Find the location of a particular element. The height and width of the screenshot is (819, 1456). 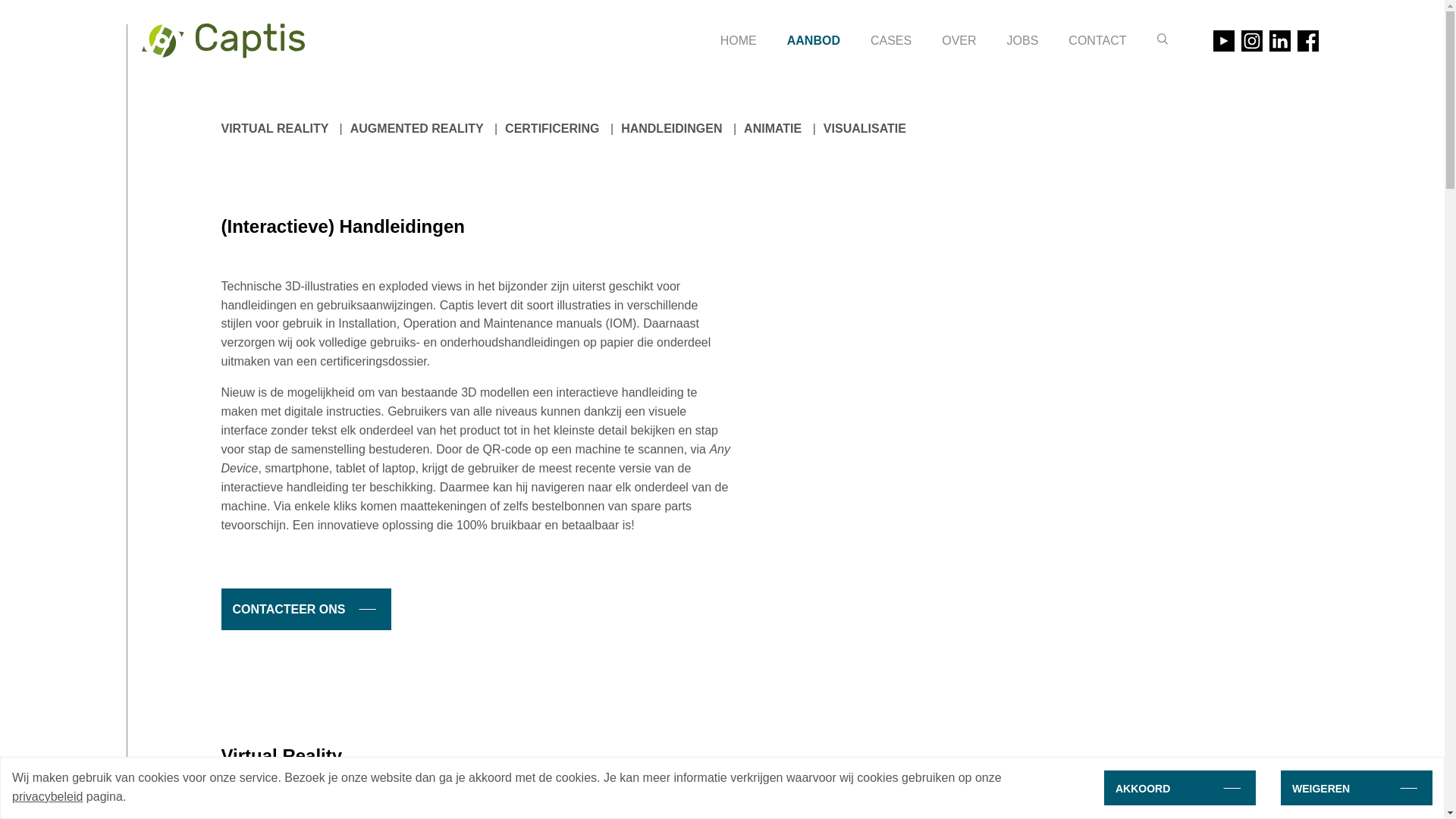

'CERTIFICERING' is located at coordinates (551, 127).